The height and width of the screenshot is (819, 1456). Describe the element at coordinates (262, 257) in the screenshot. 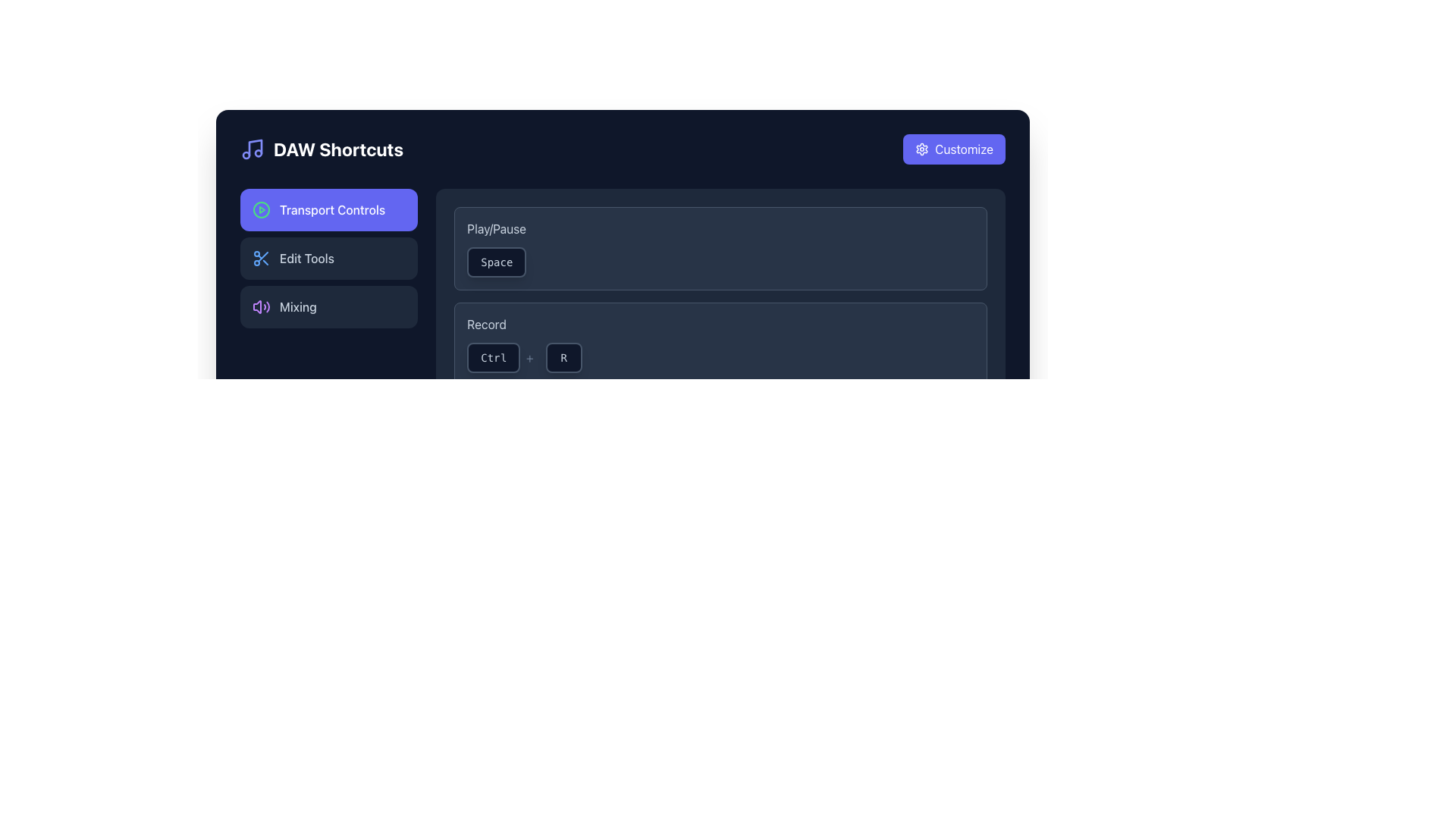

I see `the blue scissors icon located to the left of the 'Edit Tools' label in the left-hand sidebar of the application interface` at that location.